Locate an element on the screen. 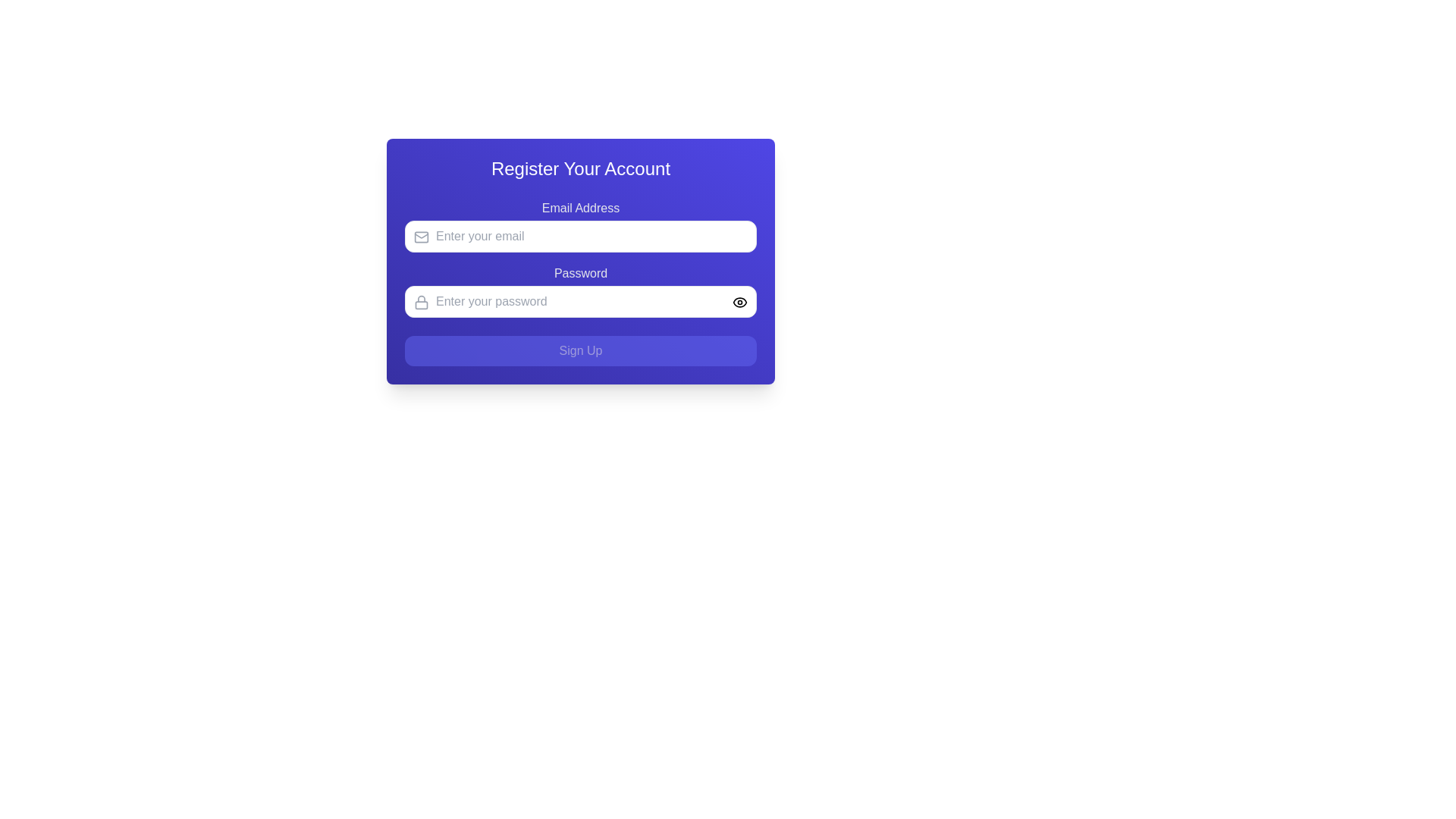 The image size is (1456, 819). the email input icon that signifies the adjacent input field for entering an email address is located at coordinates (422, 237).